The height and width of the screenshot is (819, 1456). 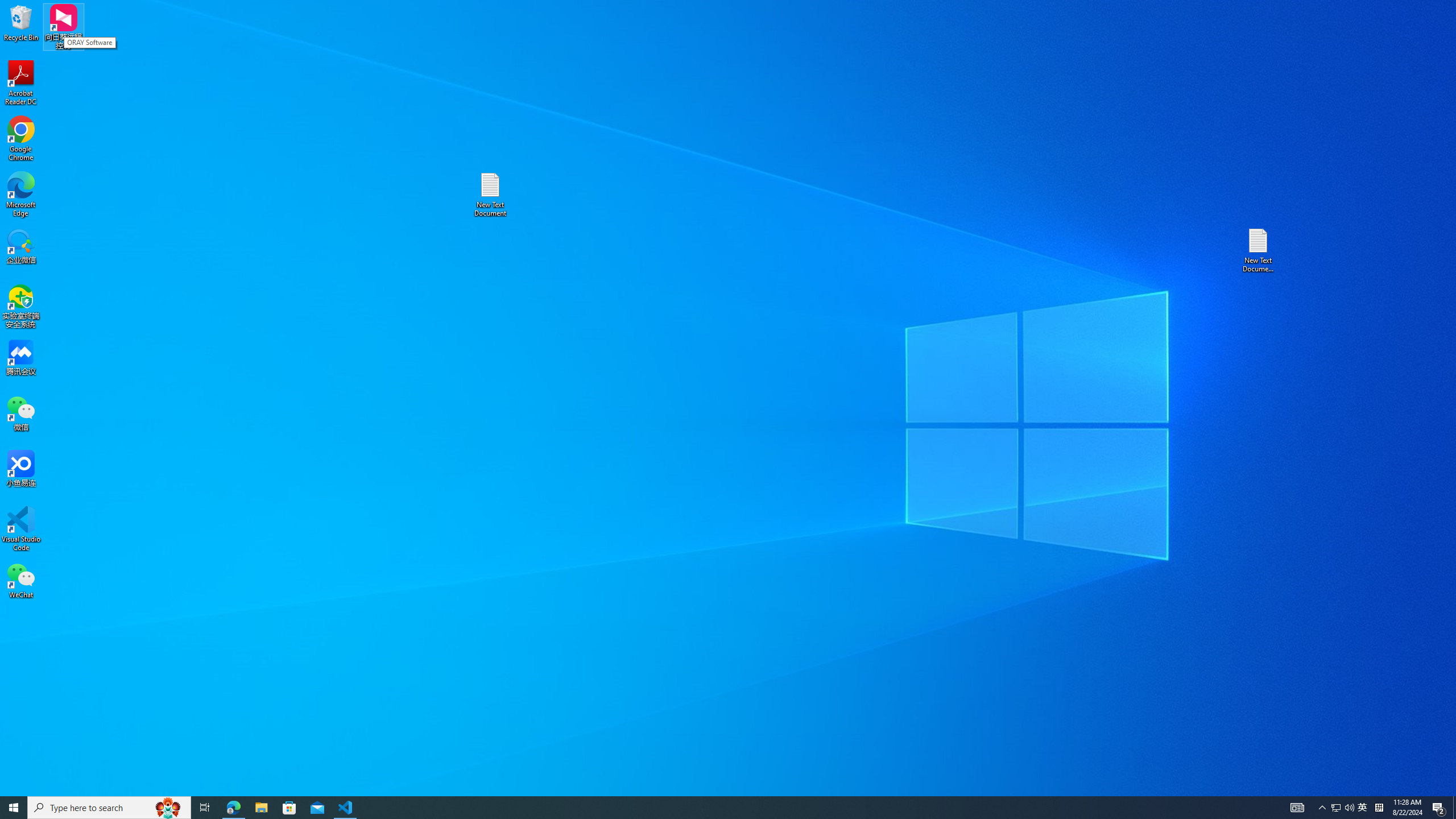 I want to click on 'Start', so click(x=14, y=806).